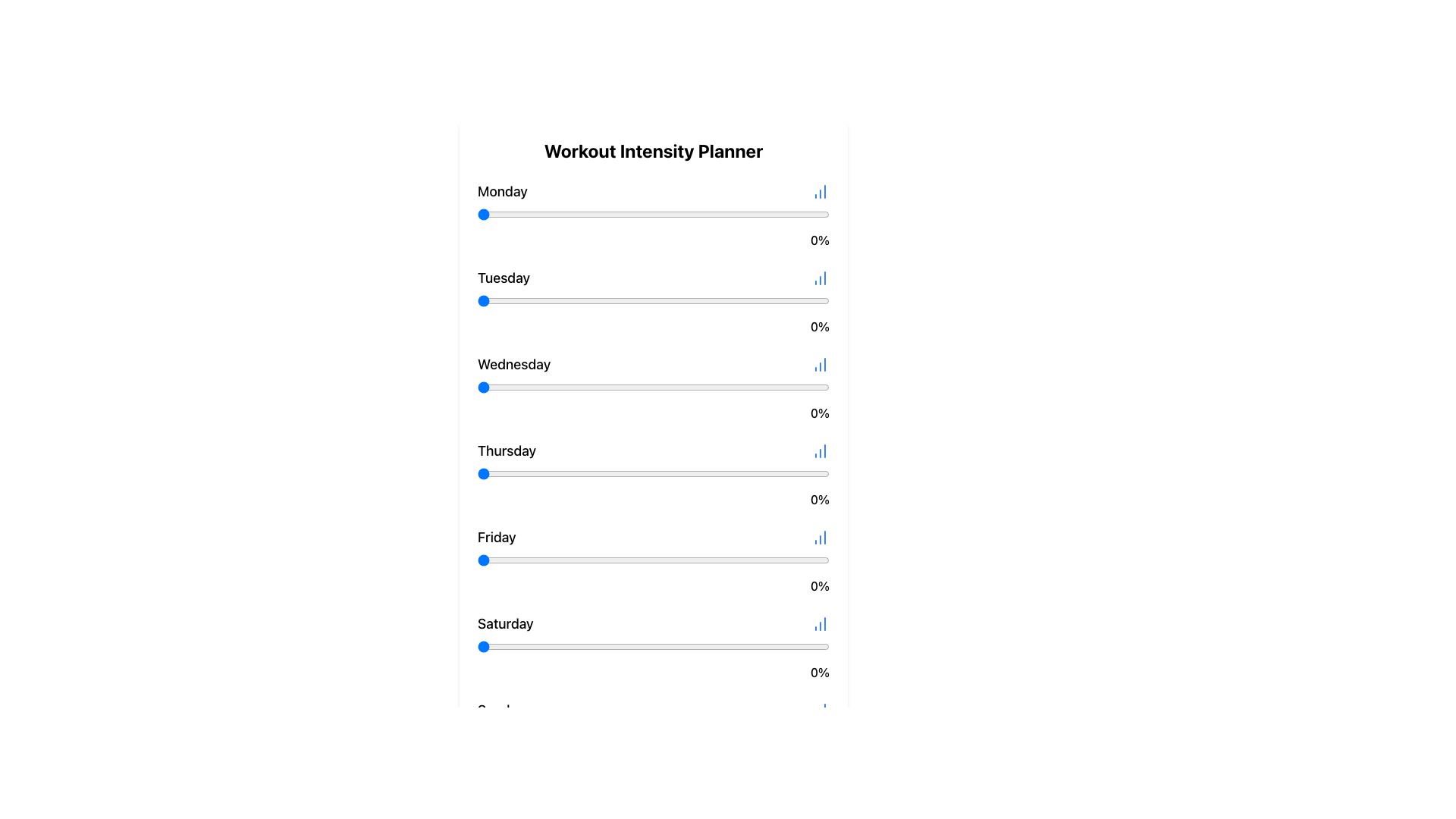 The height and width of the screenshot is (819, 1456). I want to click on the Tuesday intensity level, so click(705, 301).